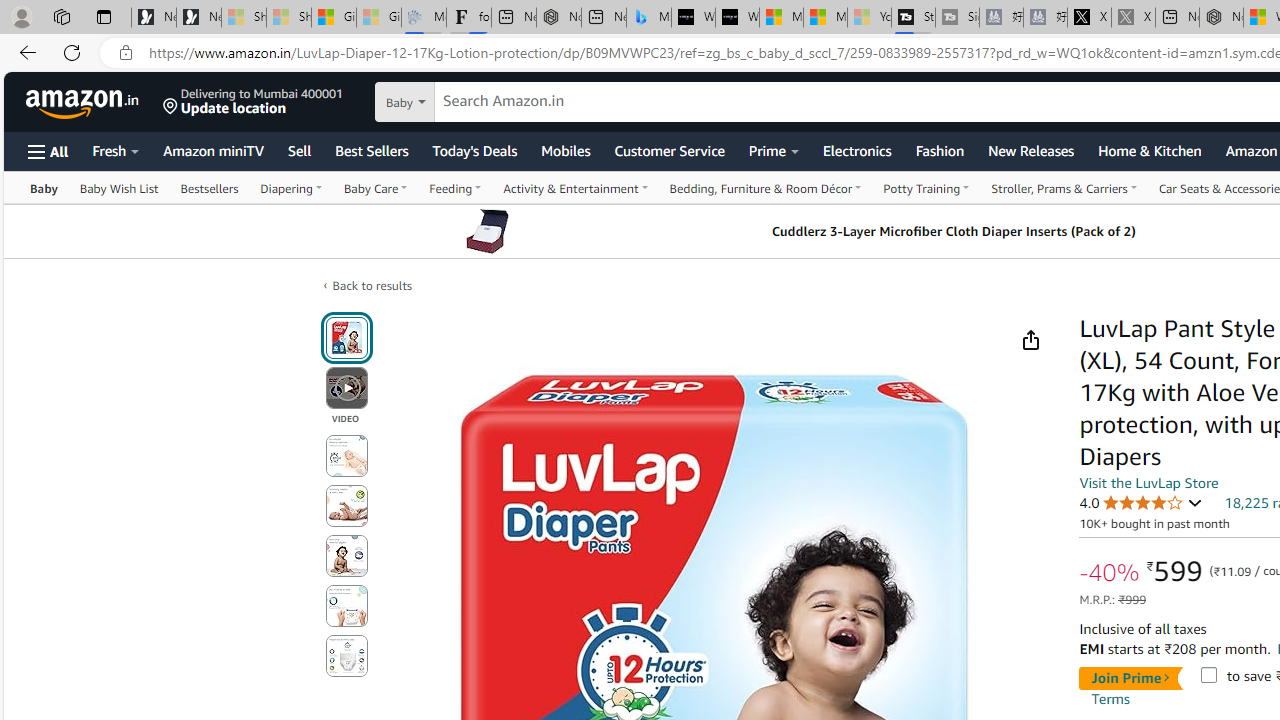  Describe the element at coordinates (199, 17) in the screenshot. I see `'Newsletter Sign Up'` at that location.